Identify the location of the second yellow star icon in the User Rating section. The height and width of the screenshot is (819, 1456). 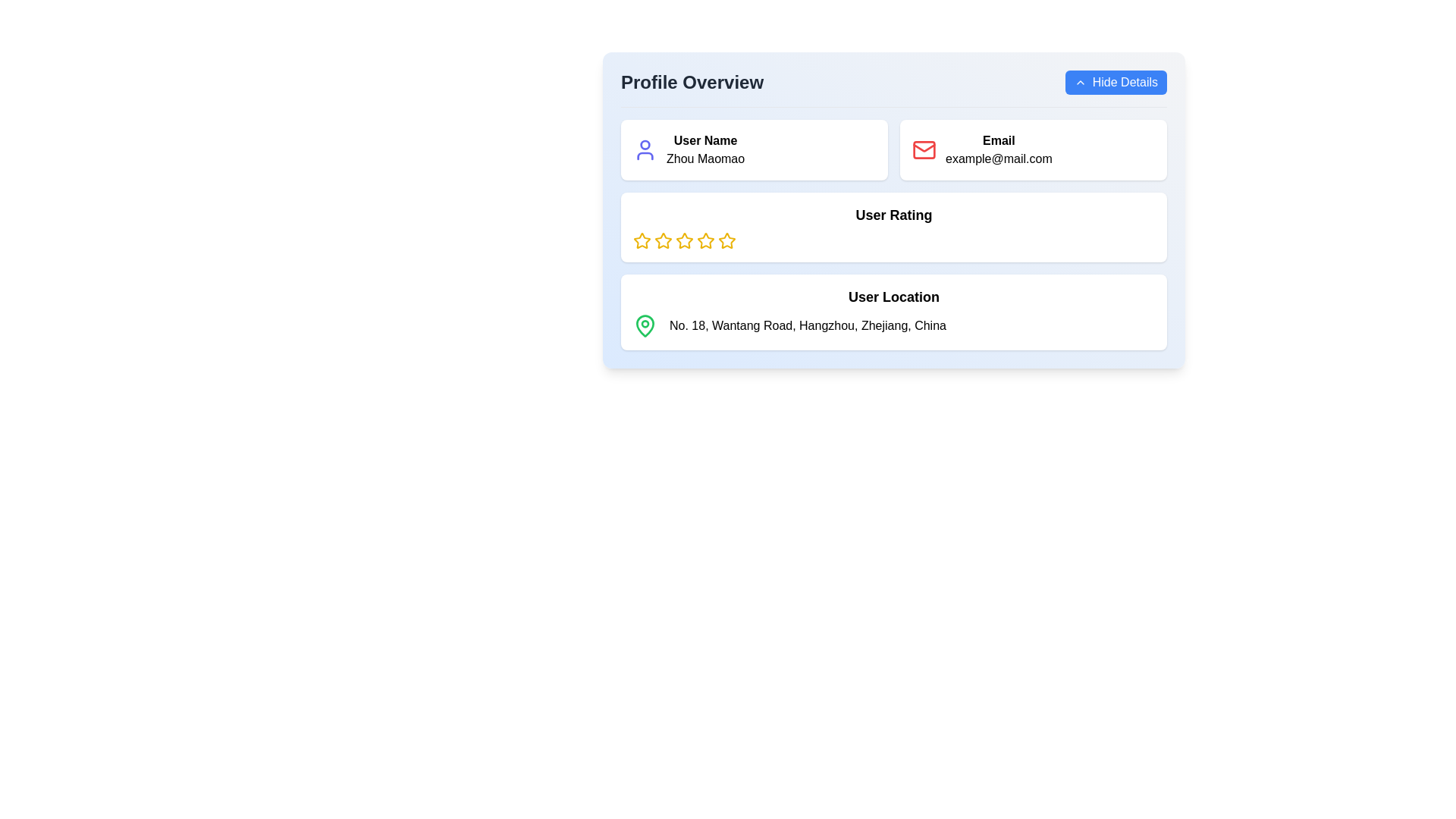
(683, 240).